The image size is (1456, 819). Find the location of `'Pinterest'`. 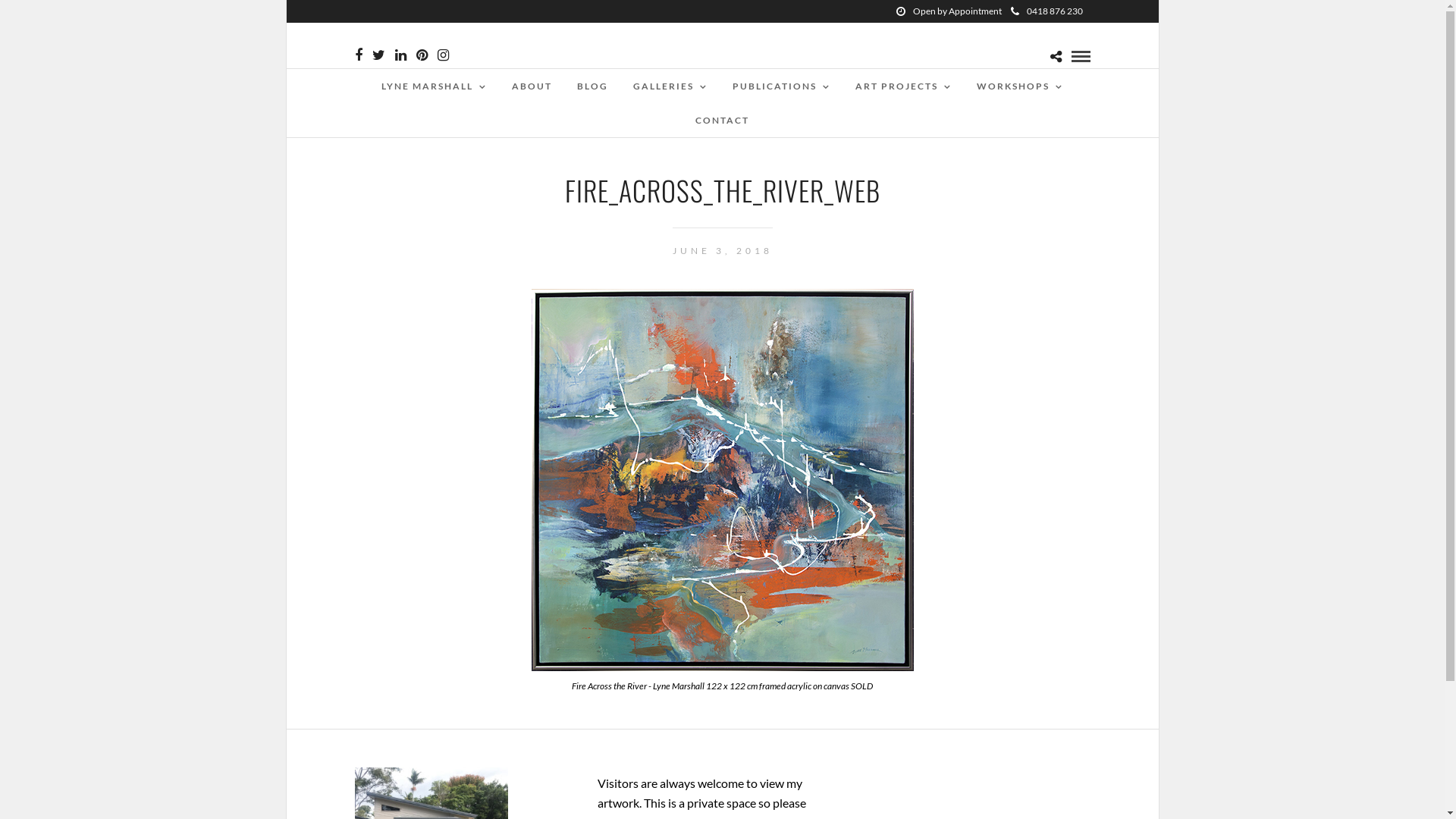

'Pinterest' is located at coordinates (415, 55).